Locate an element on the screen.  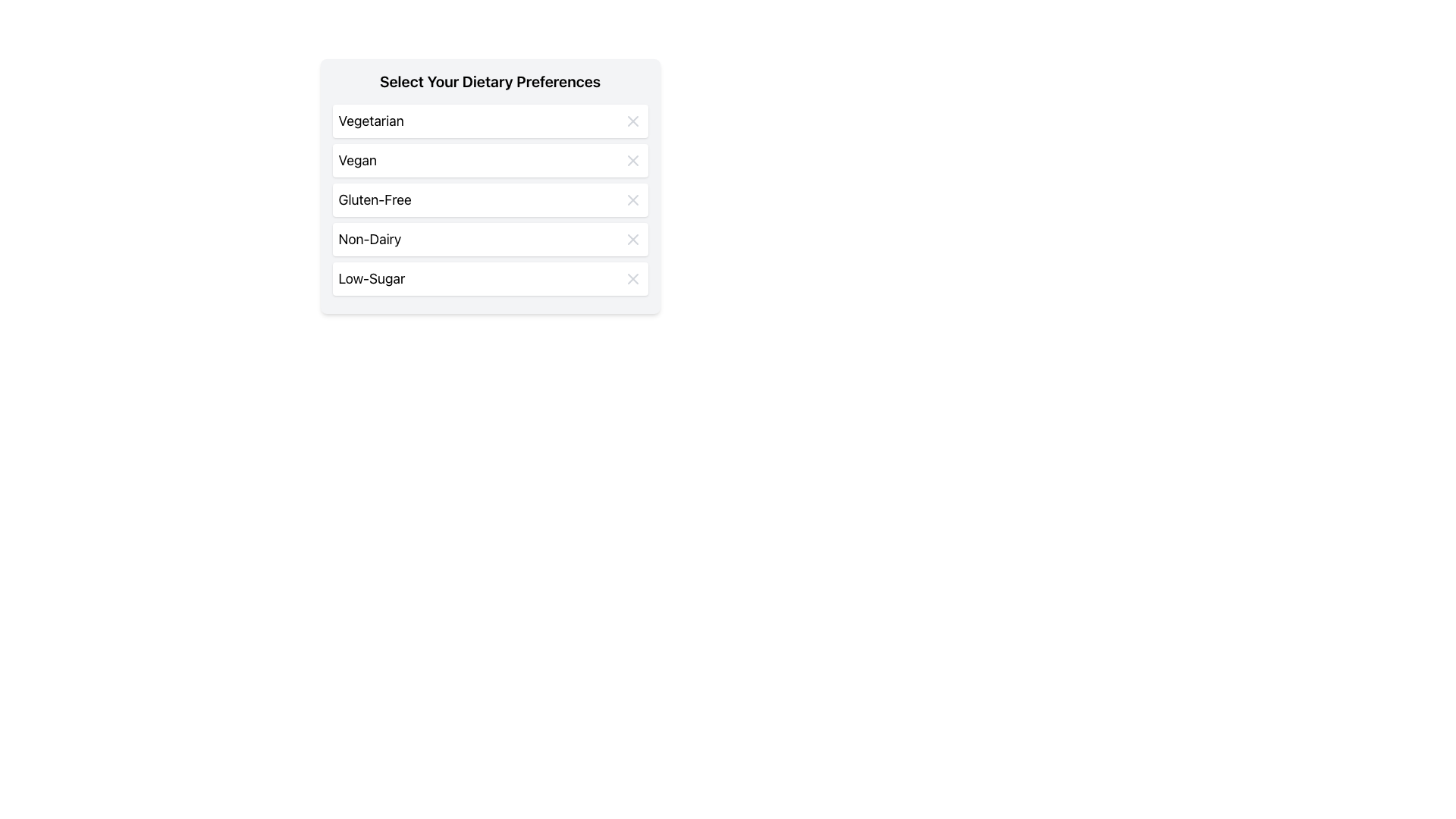
the 'Vegan' text label in the dietary preferences list, which is the second item in the vertical list and aligned to the left is located at coordinates (356, 161).